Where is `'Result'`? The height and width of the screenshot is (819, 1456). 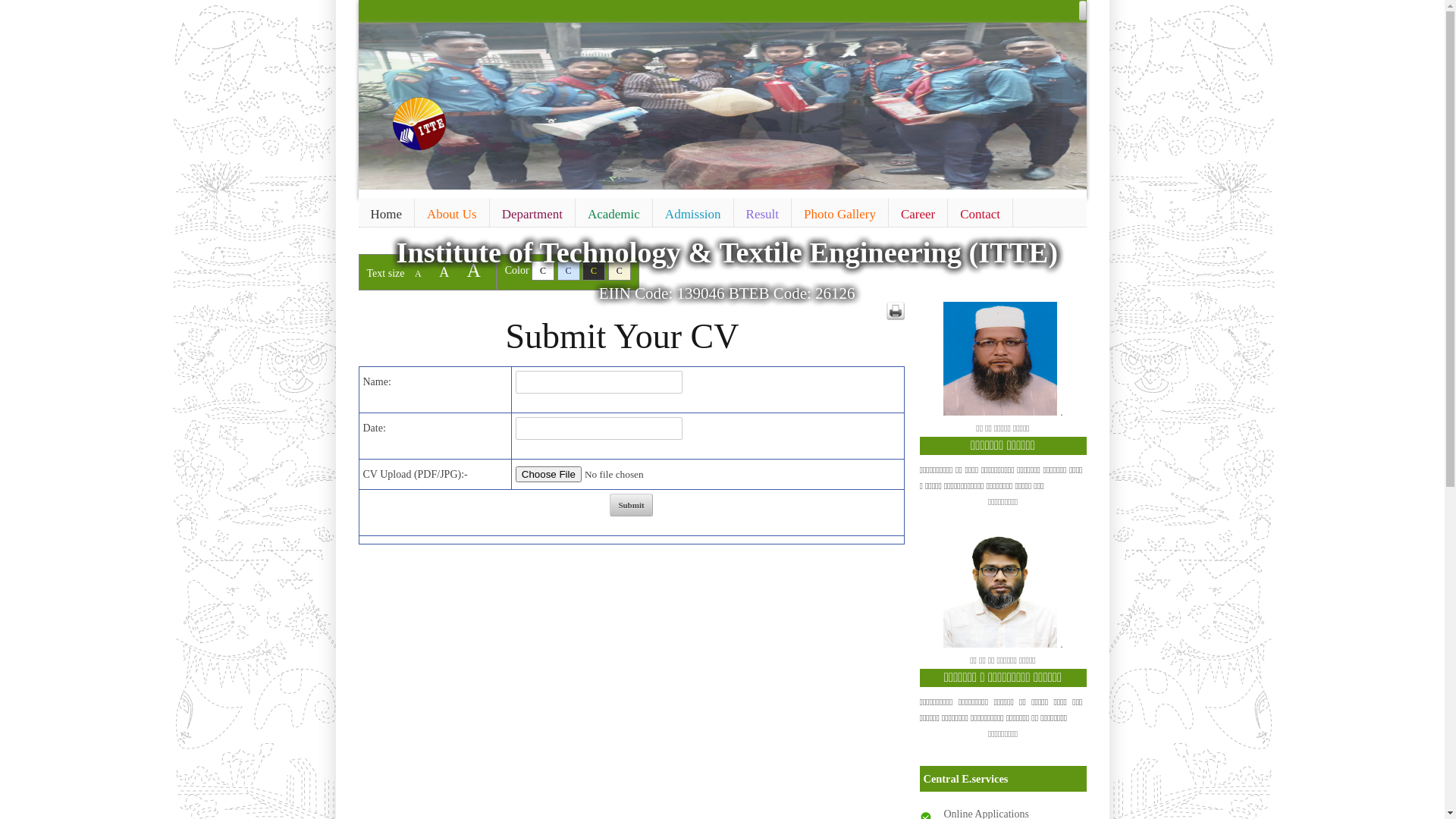 'Result' is located at coordinates (734, 214).